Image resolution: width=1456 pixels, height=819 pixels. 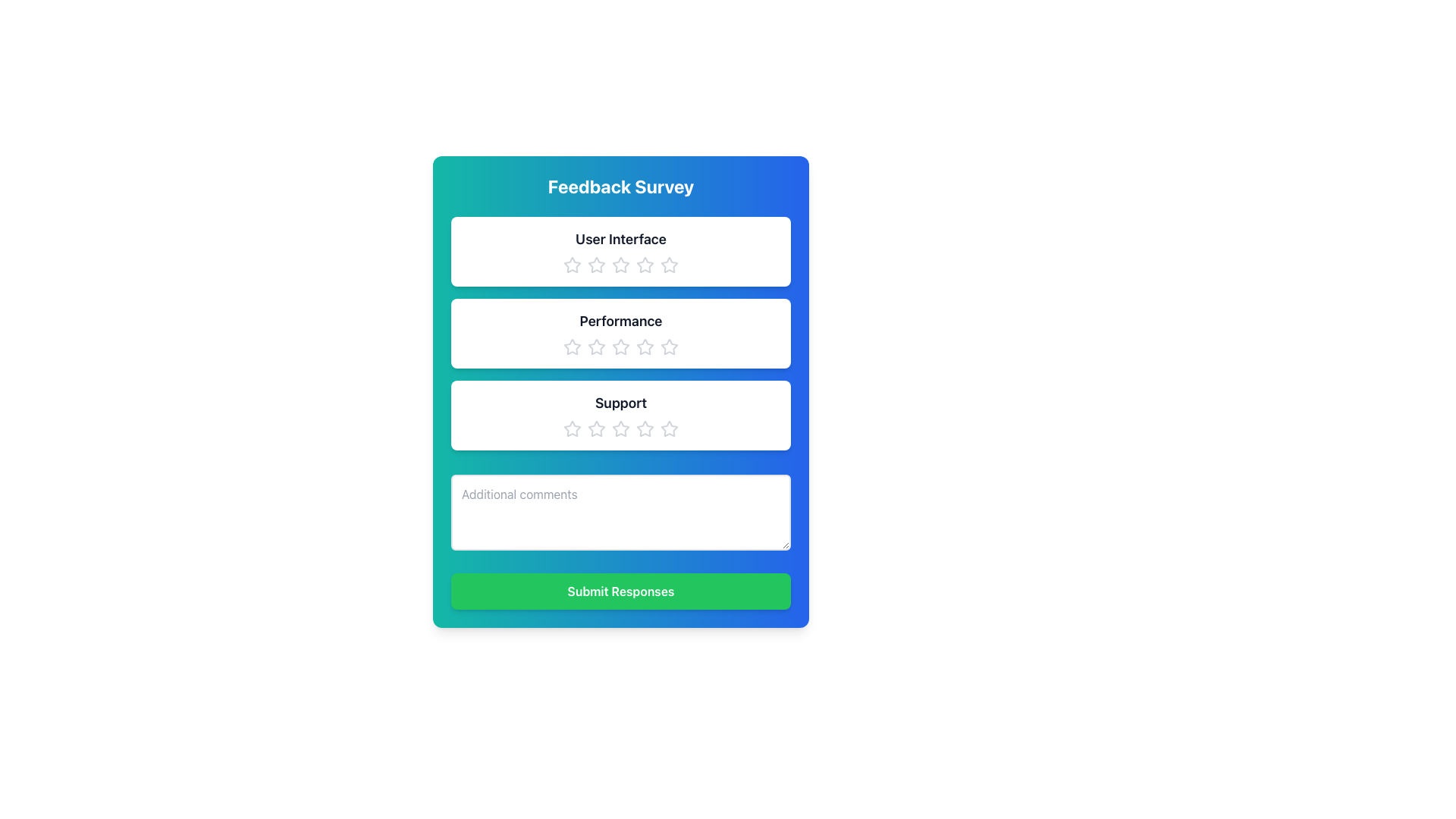 What do you see at coordinates (645, 428) in the screenshot?
I see `the second star icon in the rating section for 'Support' which has a hollow outline and is designed for visual feedback` at bounding box center [645, 428].